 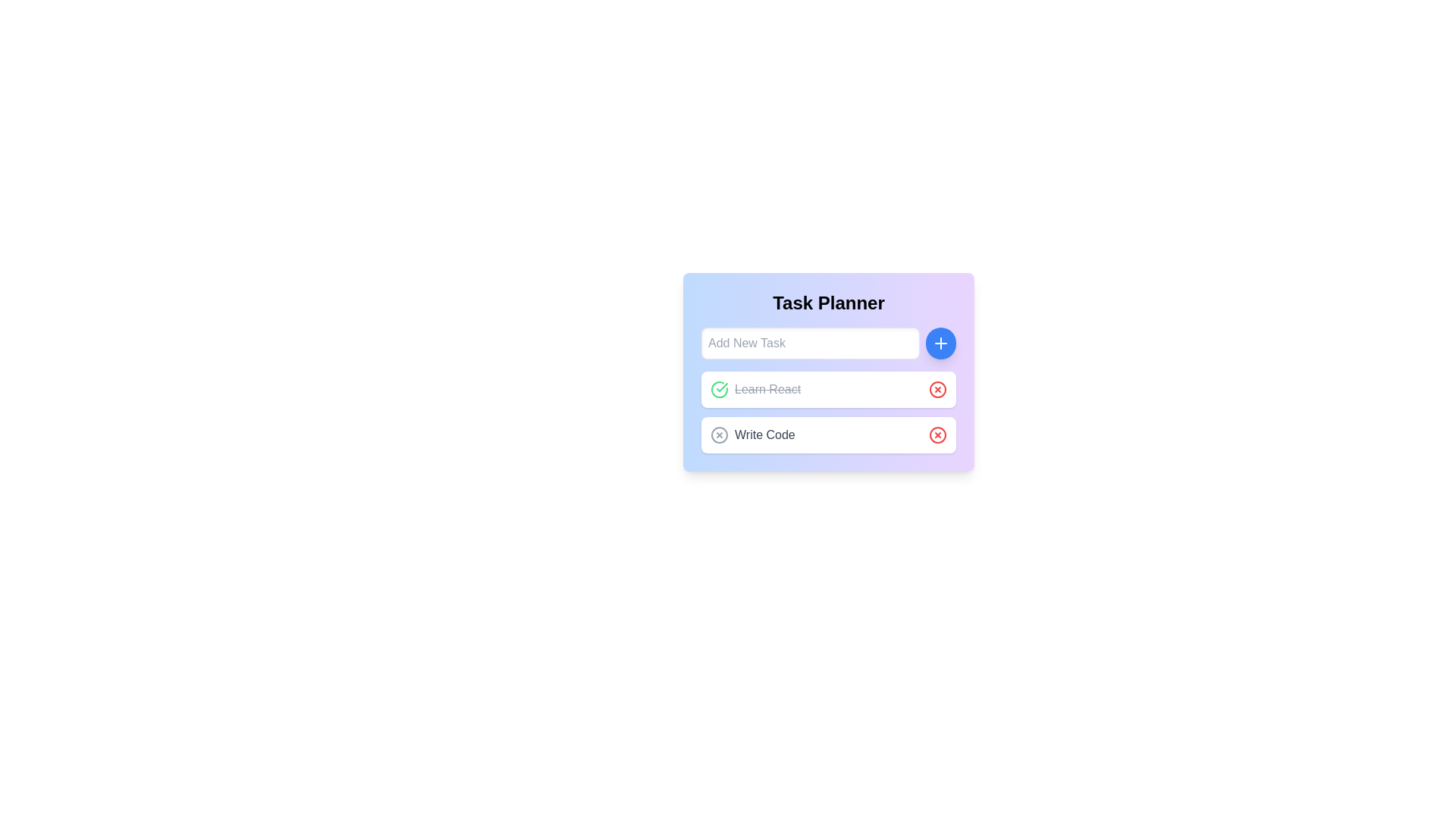 I want to click on the circular button that allows users to add a new task, located in the header section of the task planning card, so click(x=940, y=343).